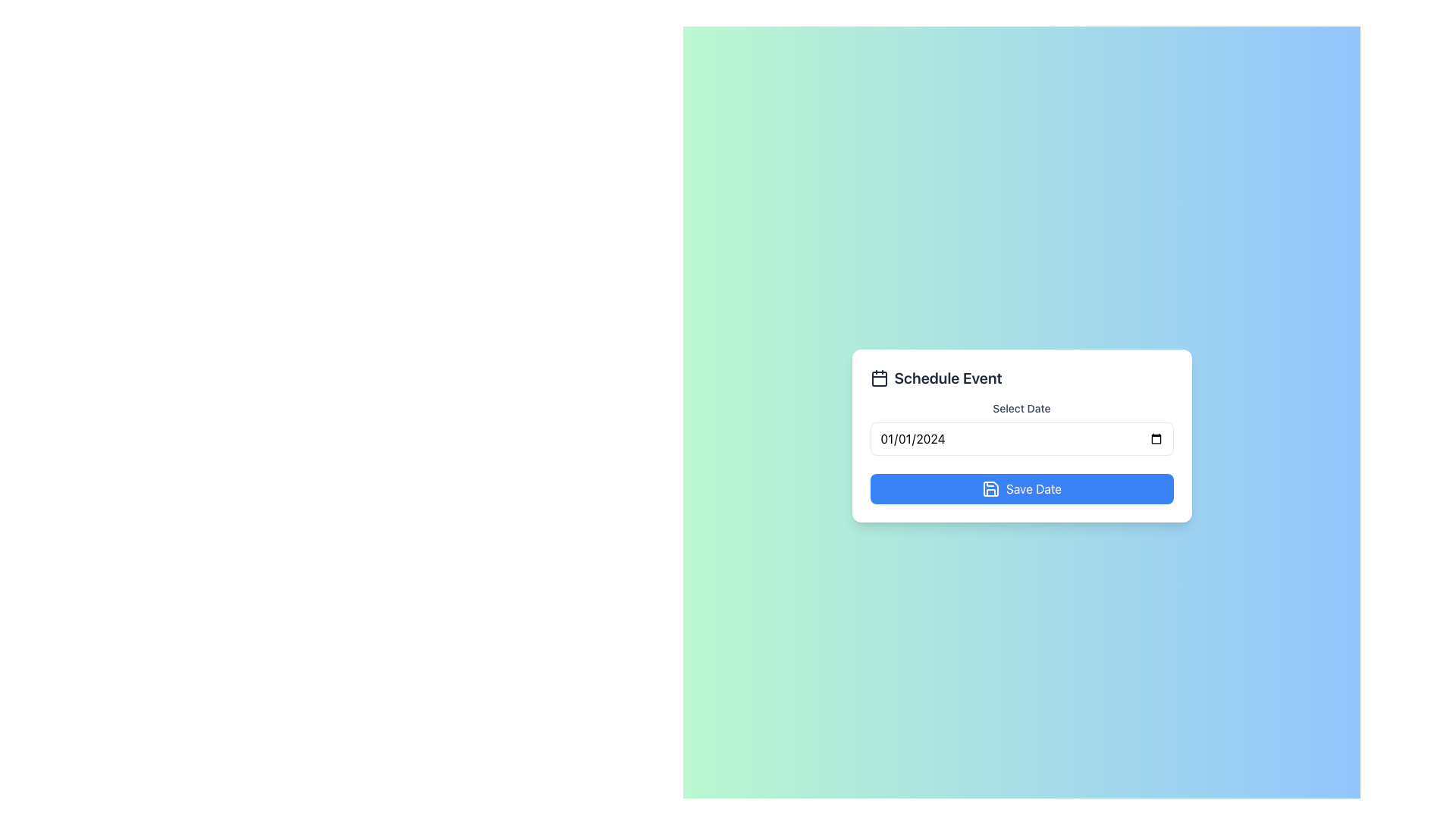 This screenshot has height=819, width=1456. Describe the element at coordinates (1021, 452) in the screenshot. I see `the date input field displaying '01/01/2024'` at that location.